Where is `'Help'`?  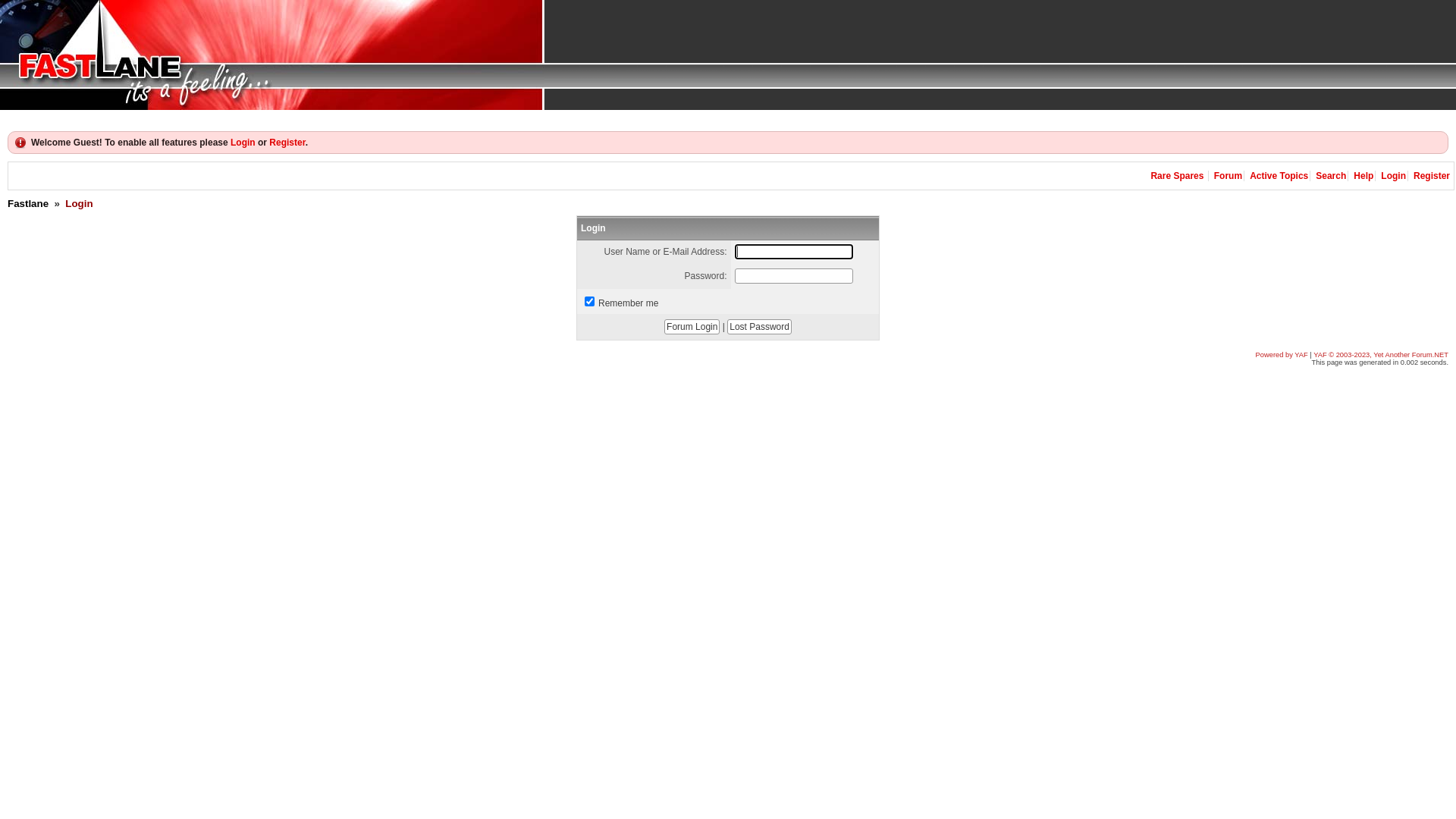
'Help' is located at coordinates (1363, 174).